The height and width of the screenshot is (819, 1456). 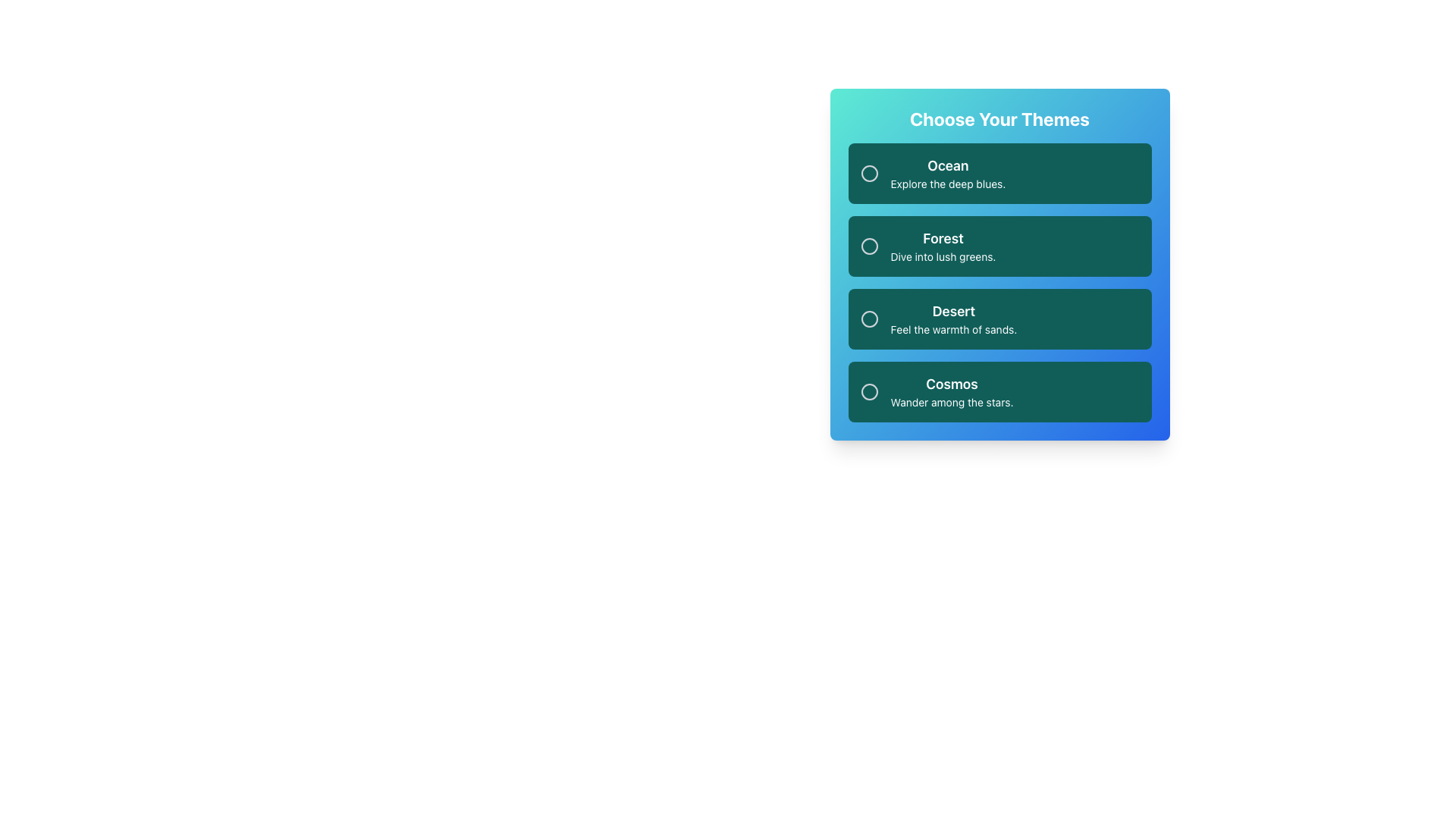 What do you see at coordinates (947, 172) in the screenshot?
I see `the first selectable option in the 'Choose Your Themes' panel, which allows users to choose the 'Ocean' theme` at bounding box center [947, 172].